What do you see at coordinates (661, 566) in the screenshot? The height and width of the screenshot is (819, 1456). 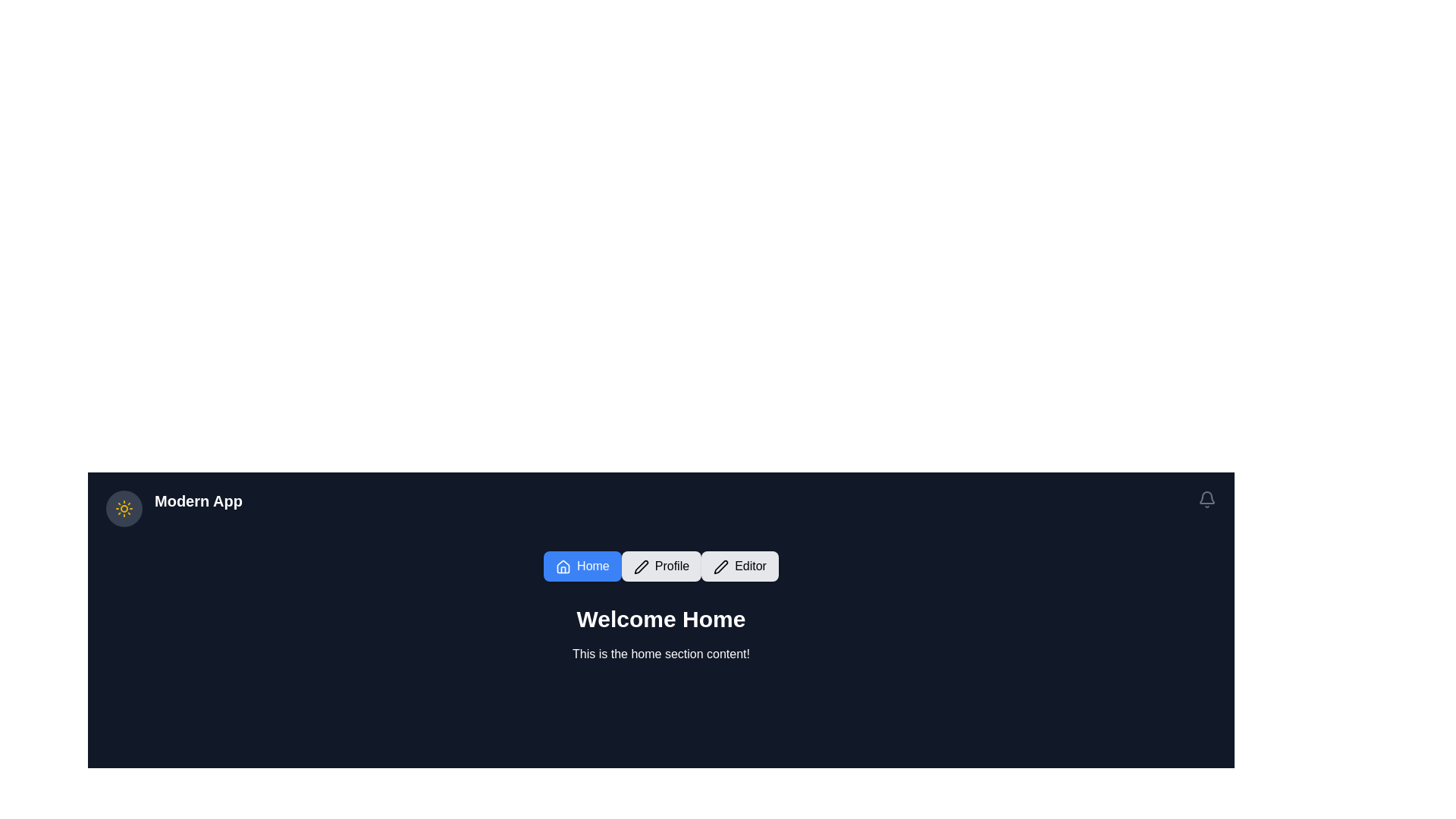 I see `the 'Profile' button located as the second item in the horizontal navigation bar` at bounding box center [661, 566].